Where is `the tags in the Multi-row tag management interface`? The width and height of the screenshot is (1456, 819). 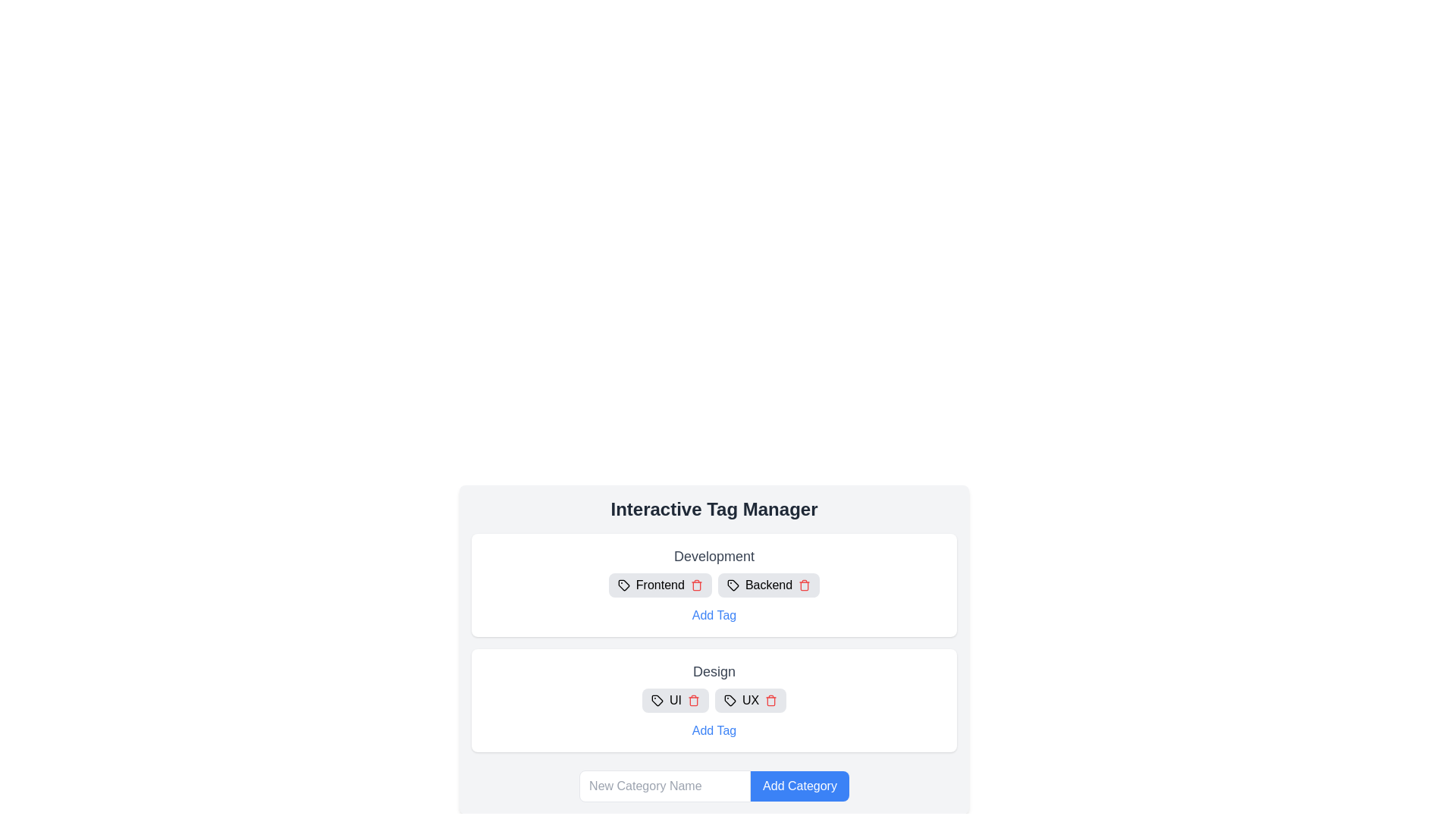 the tags in the Multi-row tag management interface is located at coordinates (713, 643).